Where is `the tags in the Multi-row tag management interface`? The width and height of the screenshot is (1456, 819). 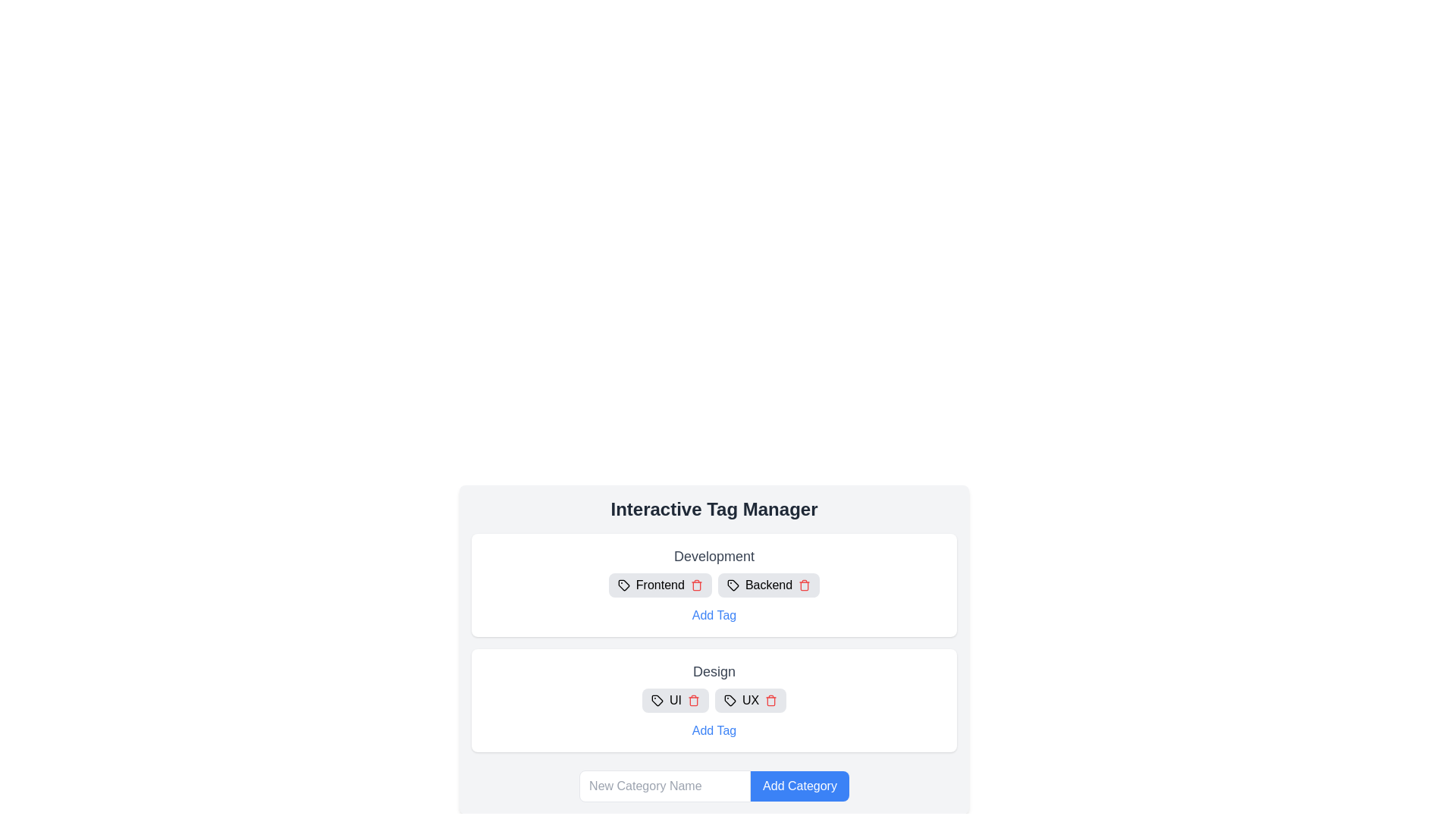 the tags in the Multi-row tag management interface is located at coordinates (713, 643).